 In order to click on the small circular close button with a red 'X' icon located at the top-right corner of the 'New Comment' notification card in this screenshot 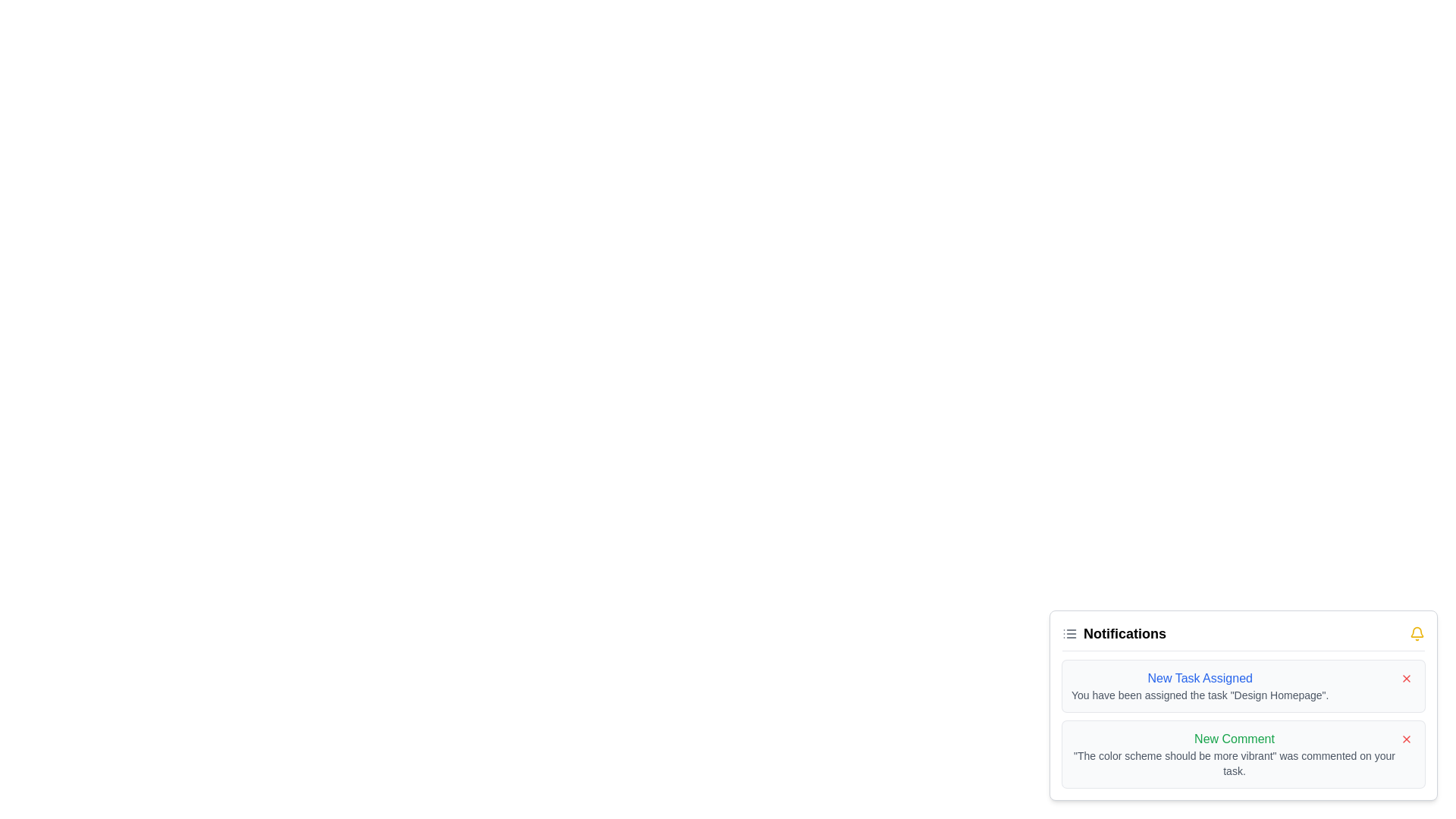, I will do `click(1405, 739)`.